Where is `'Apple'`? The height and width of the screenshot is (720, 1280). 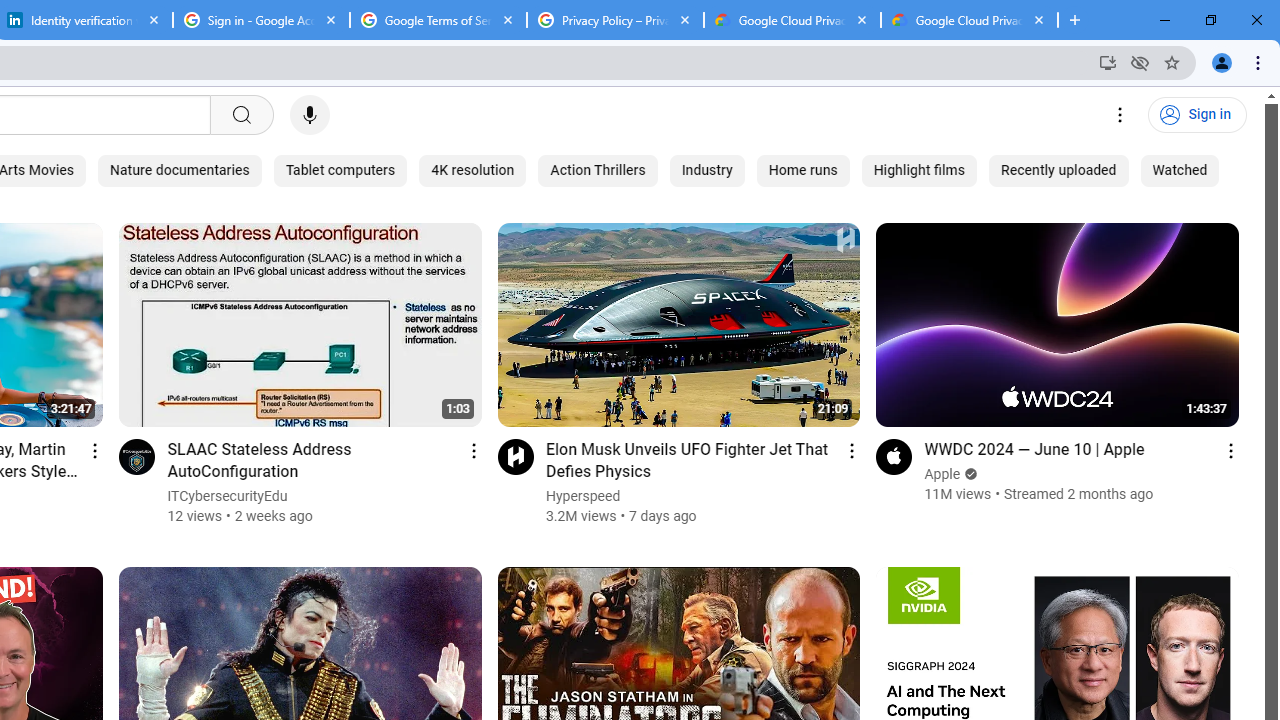
'Apple' is located at coordinates (942, 474).